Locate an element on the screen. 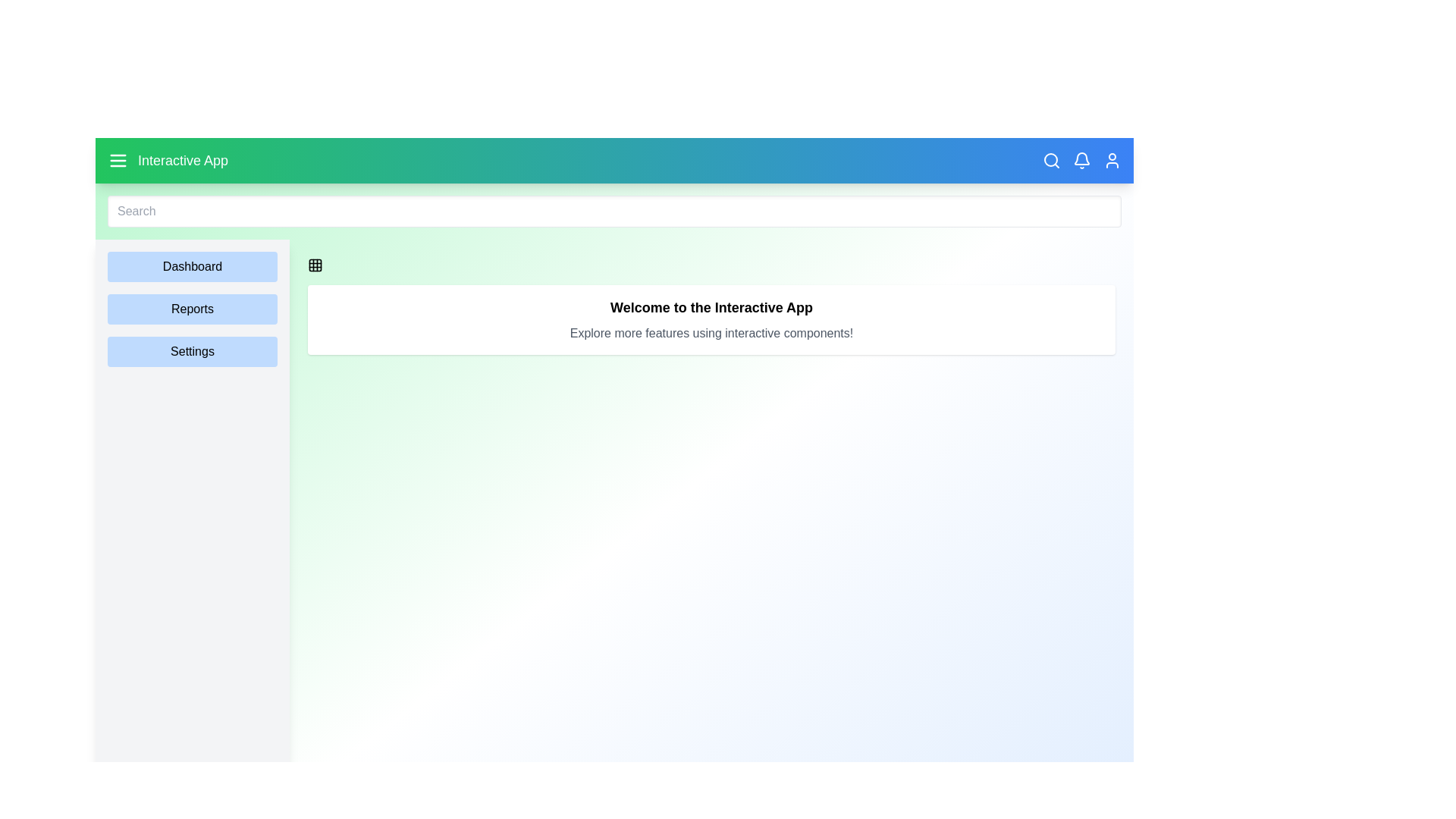 This screenshot has width=1456, height=819. the menu icon in the app bar to toggle the sidebar visibility is located at coordinates (118, 161).